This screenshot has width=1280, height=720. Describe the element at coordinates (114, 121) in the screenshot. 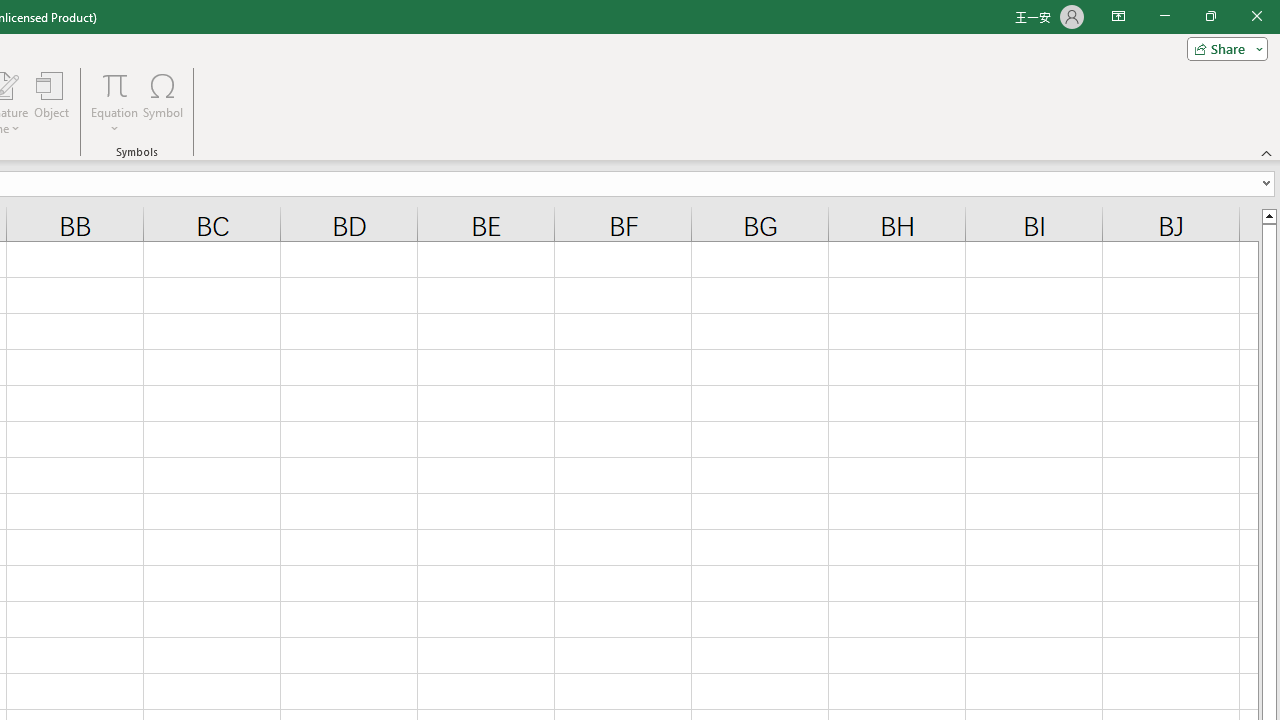

I see `'More Options'` at that location.